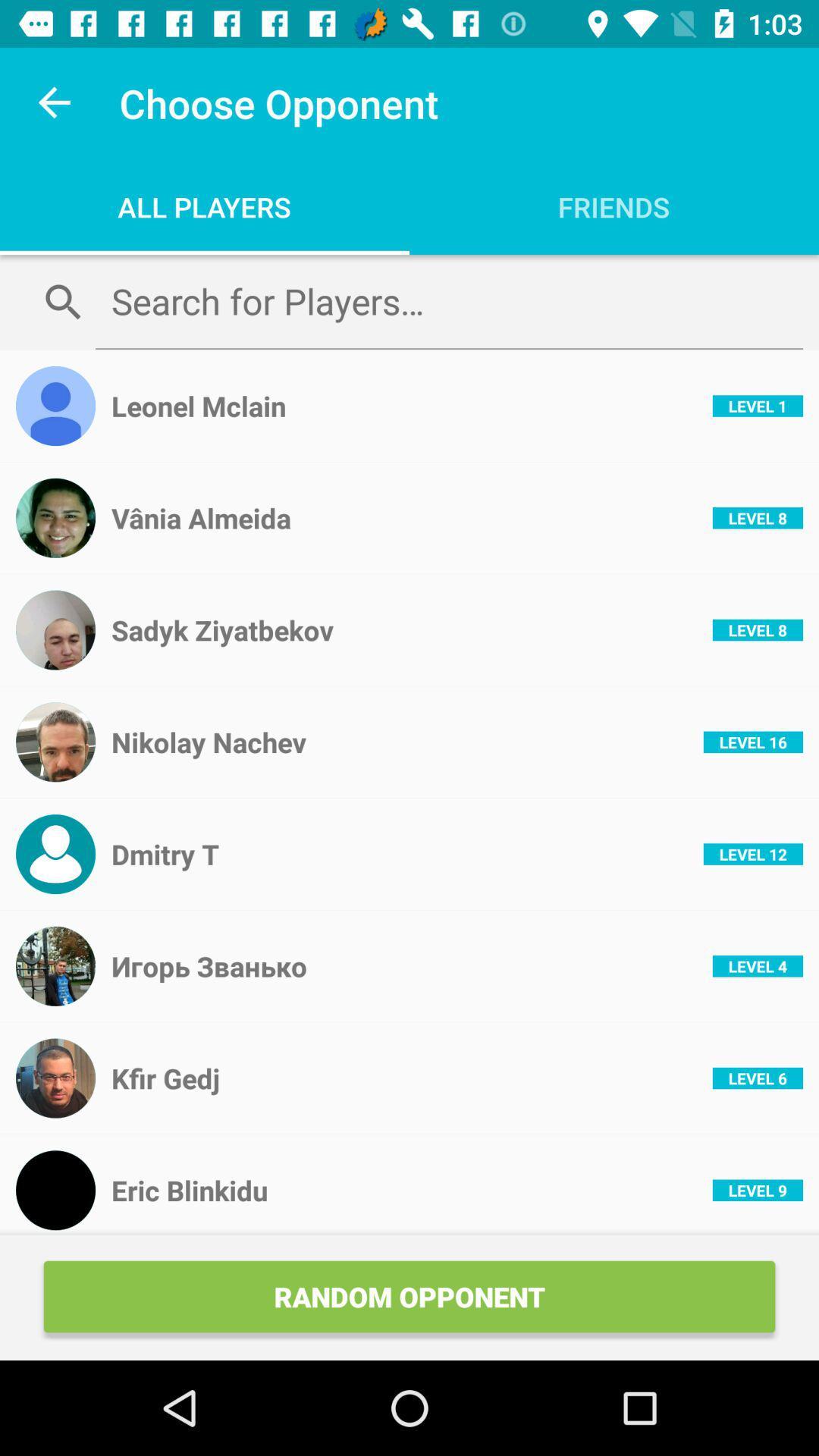  Describe the element at coordinates (448, 301) in the screenshot. I see `search for opponents` at that location.